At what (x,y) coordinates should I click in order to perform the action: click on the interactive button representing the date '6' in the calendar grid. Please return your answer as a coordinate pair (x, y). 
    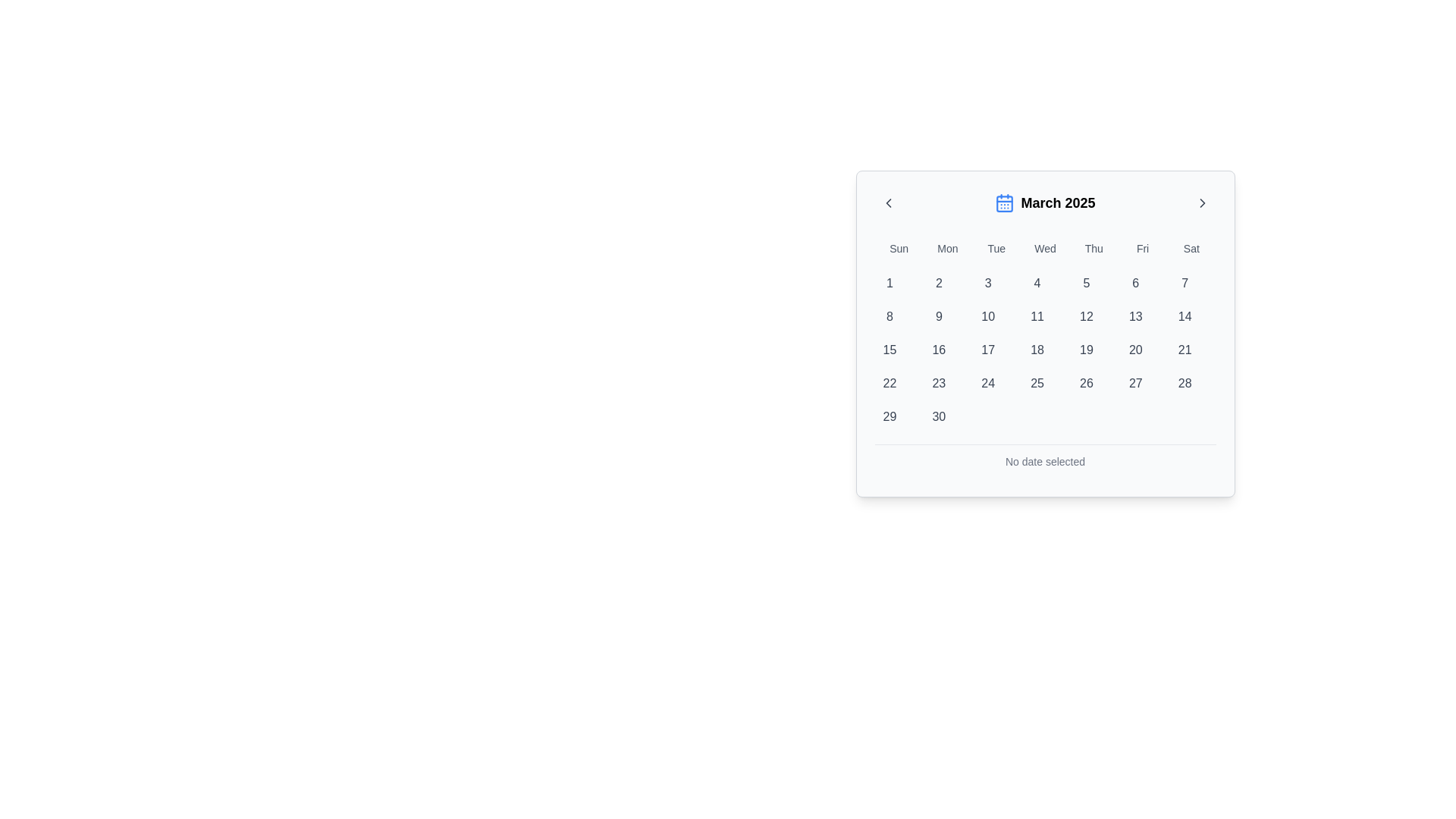
    Looking at the image, I should click on (1135, 284).